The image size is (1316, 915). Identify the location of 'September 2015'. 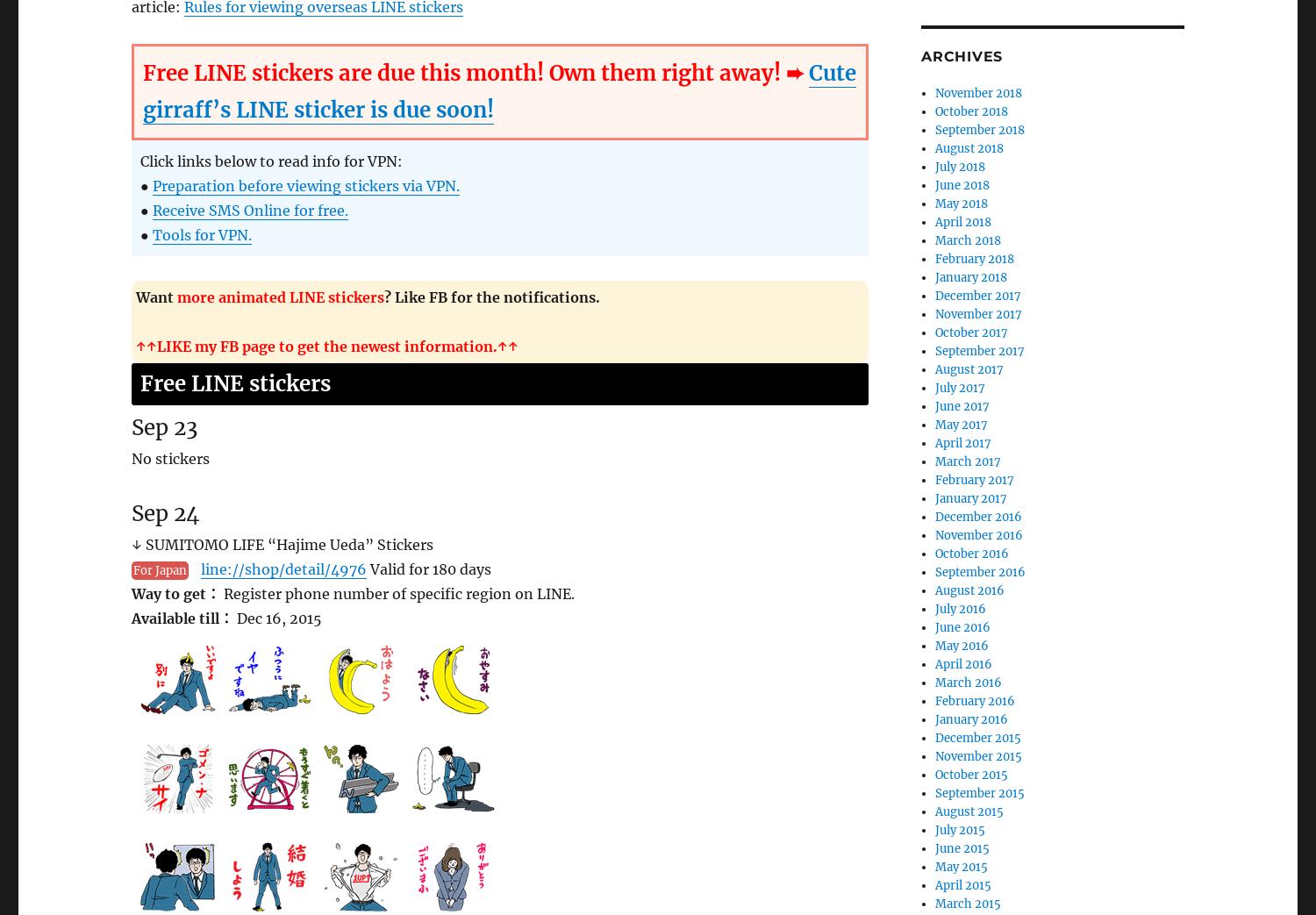
(934, 791).